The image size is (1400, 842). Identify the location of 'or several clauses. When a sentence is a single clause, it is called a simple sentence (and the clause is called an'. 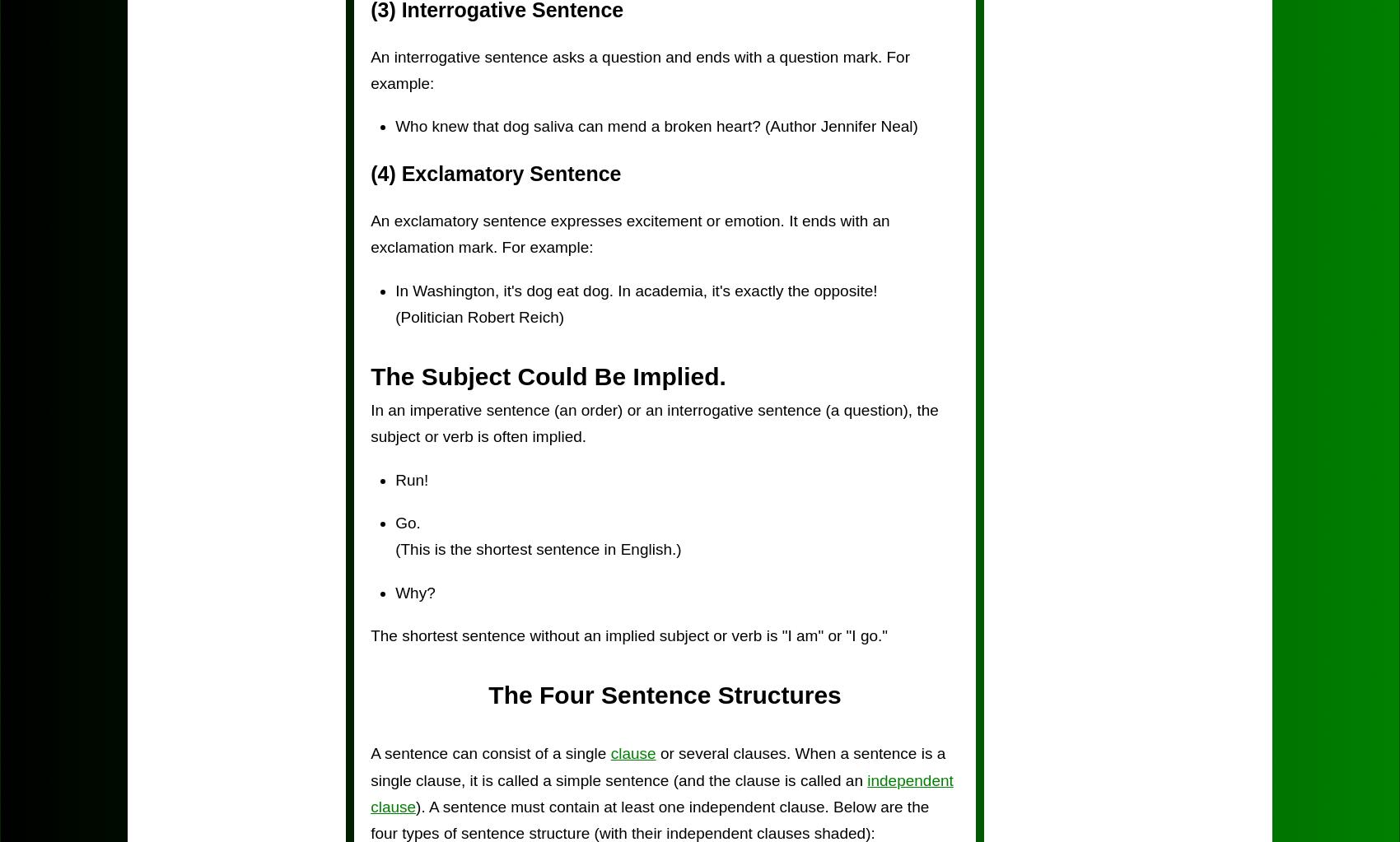
(657, 765).